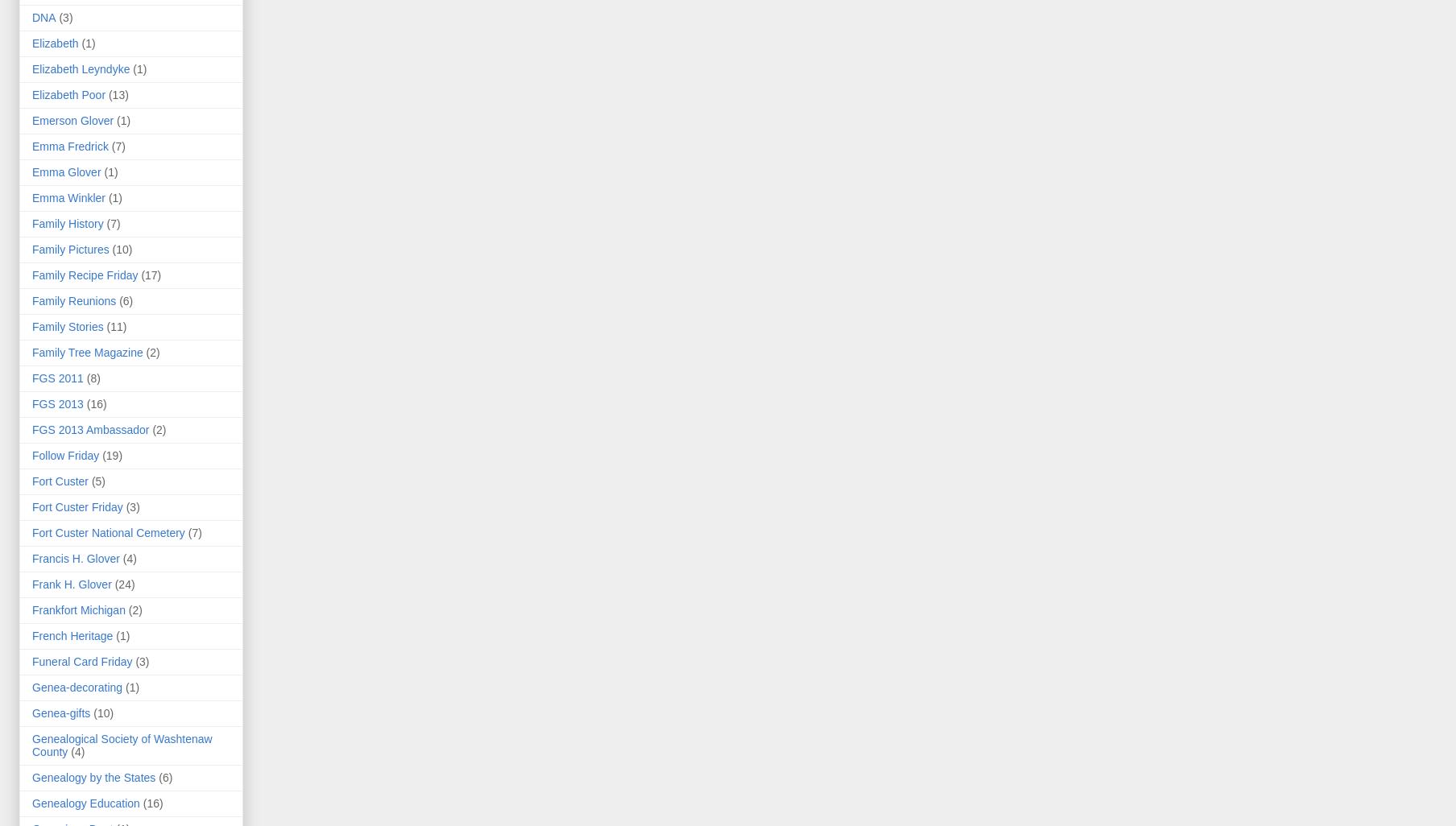 This screenshot has height=826, width=1456. Describe the element at coordinates (77, 688) in the screenshot. I see `'Genea-decorating'` at that location.